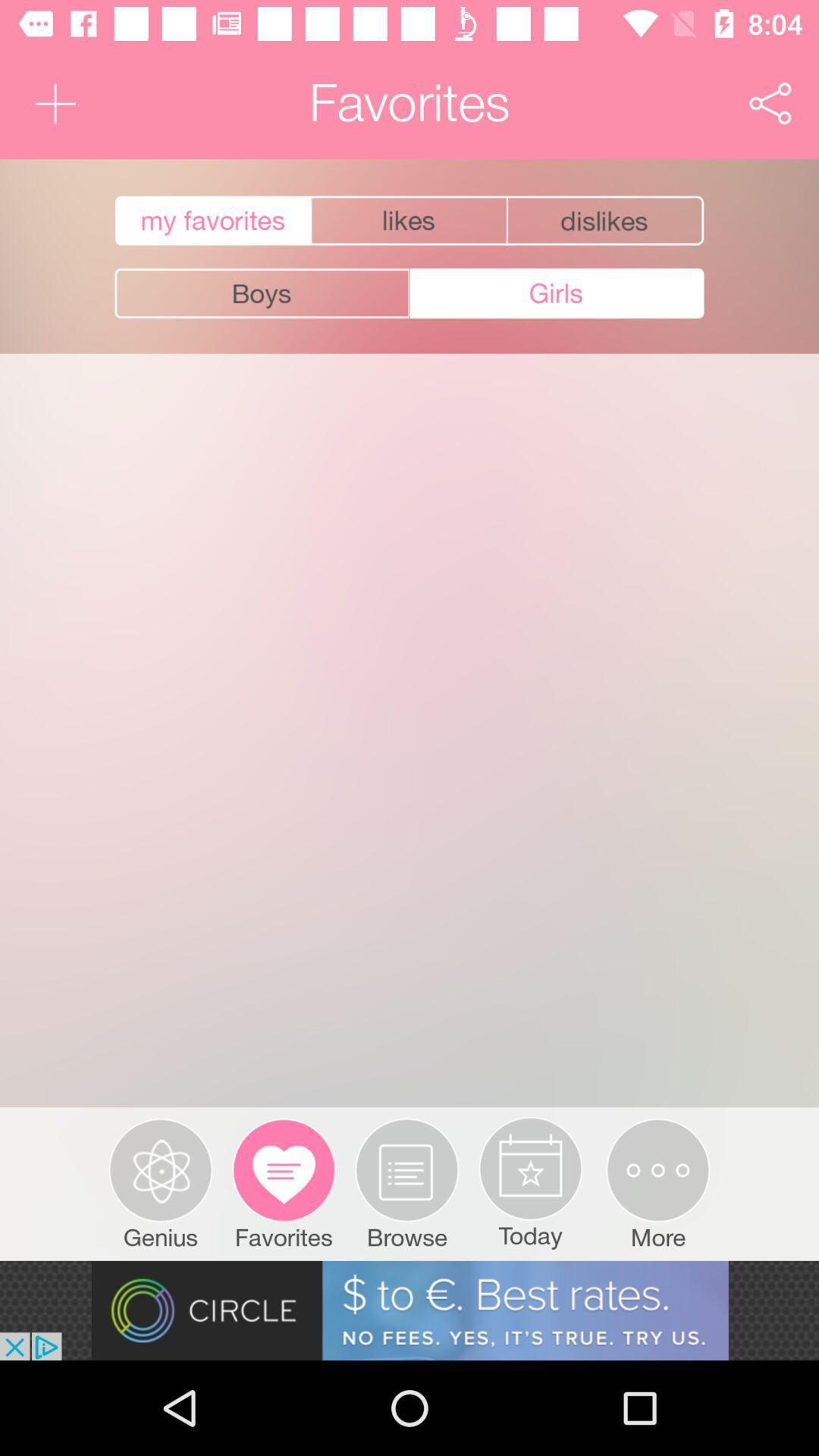 Image resolution: width=819 pixels, height=1456 pixels. What do you see at coordinates (606, 220) in the screenshot?
I see `dislikes` at bounding box center [606, 220].